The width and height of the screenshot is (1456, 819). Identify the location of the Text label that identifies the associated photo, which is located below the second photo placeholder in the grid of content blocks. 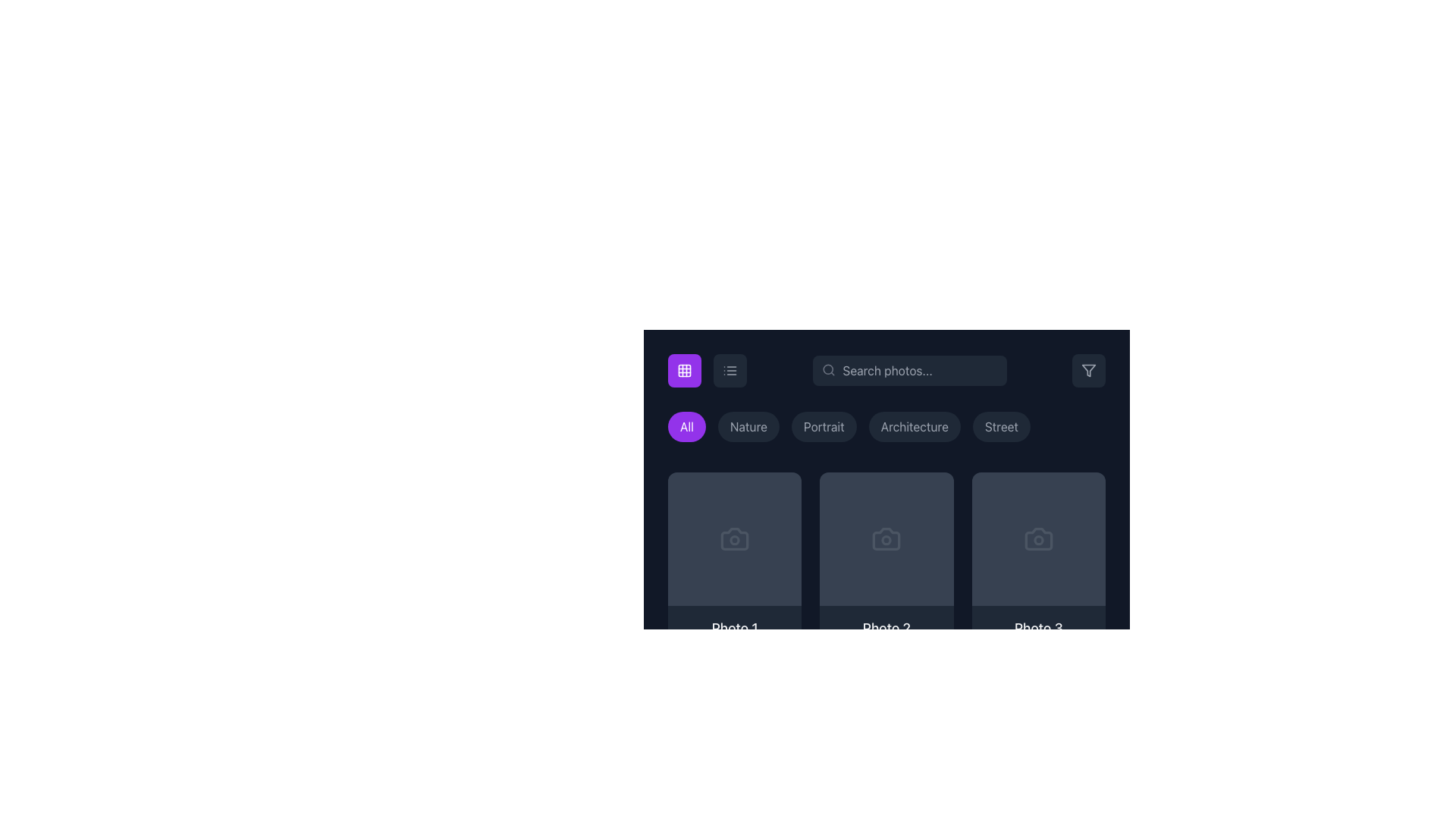
(886, 629).